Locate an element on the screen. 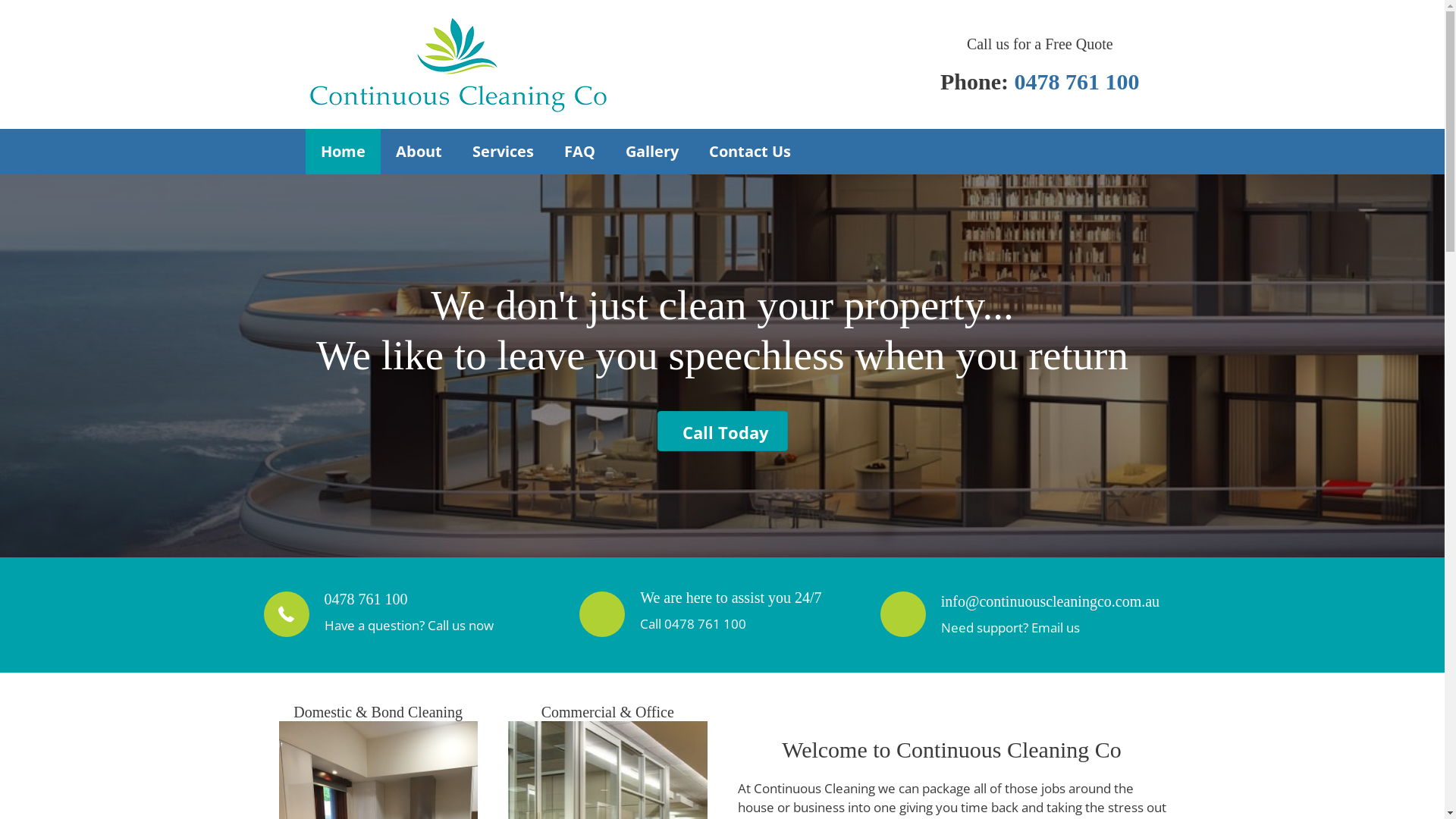 Image resolution: width=1456 pixels, height=819 pixels. 'Skip to content' is located at coordinates (0, 0).